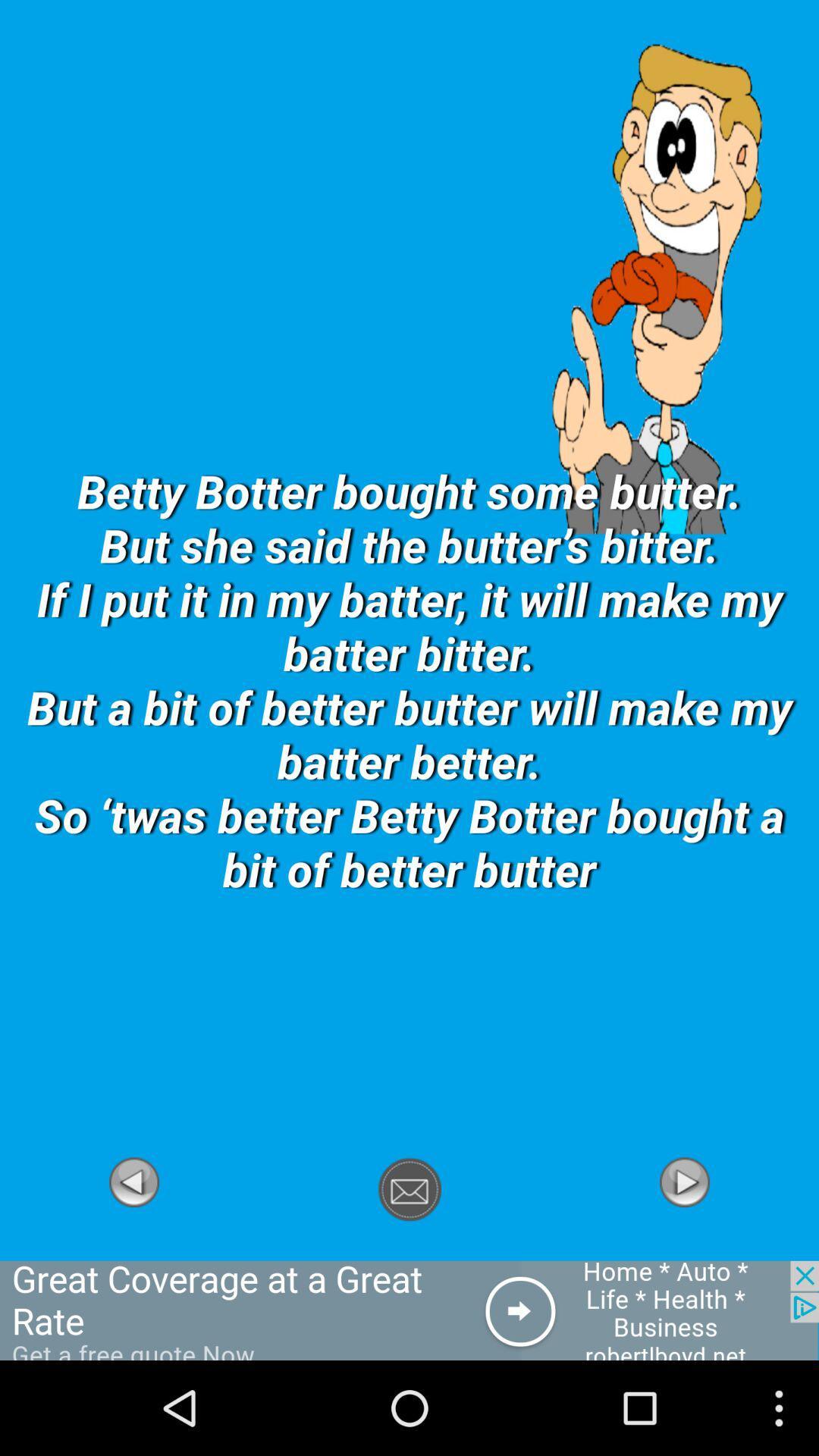 This screenshot has width=819, height=1456. What do you see at coordinates (409, 1310) in the screenshot?
I see `banner` at bounding box center [409, 1310].